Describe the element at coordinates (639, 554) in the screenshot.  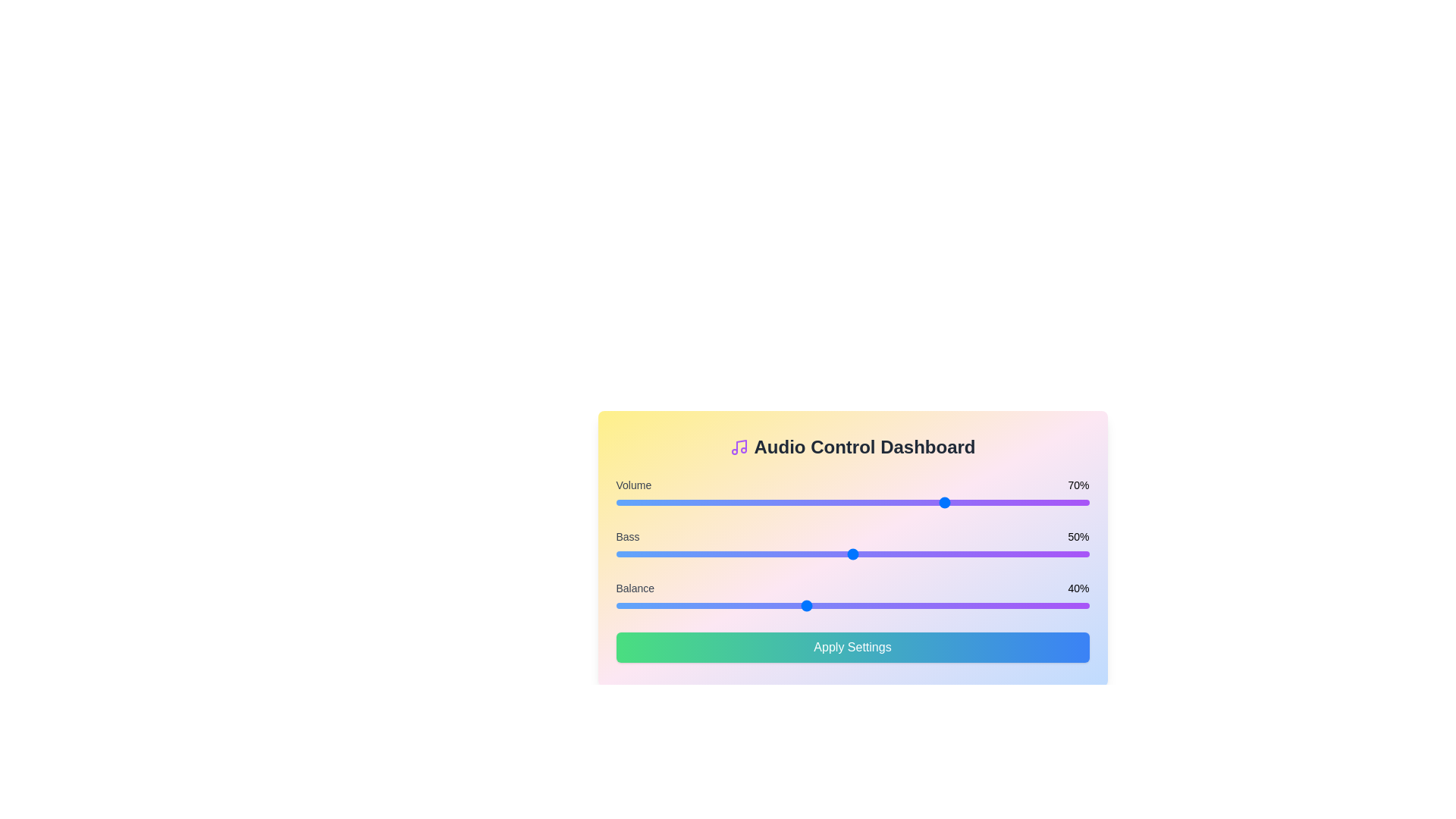
I see `bass level` at that location.